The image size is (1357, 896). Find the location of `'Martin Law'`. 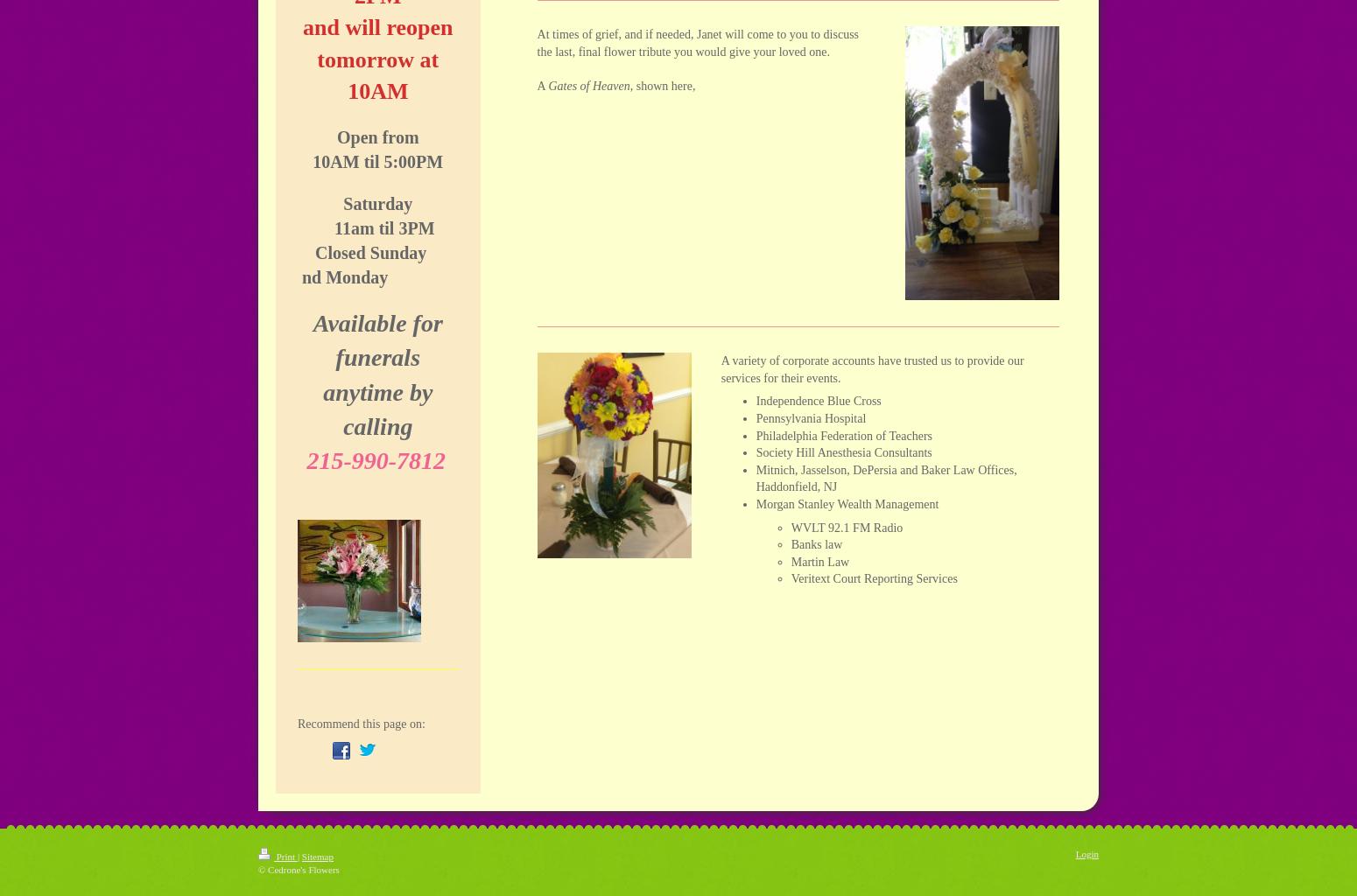

'Martin Law' is located at coordinates (819, 560).